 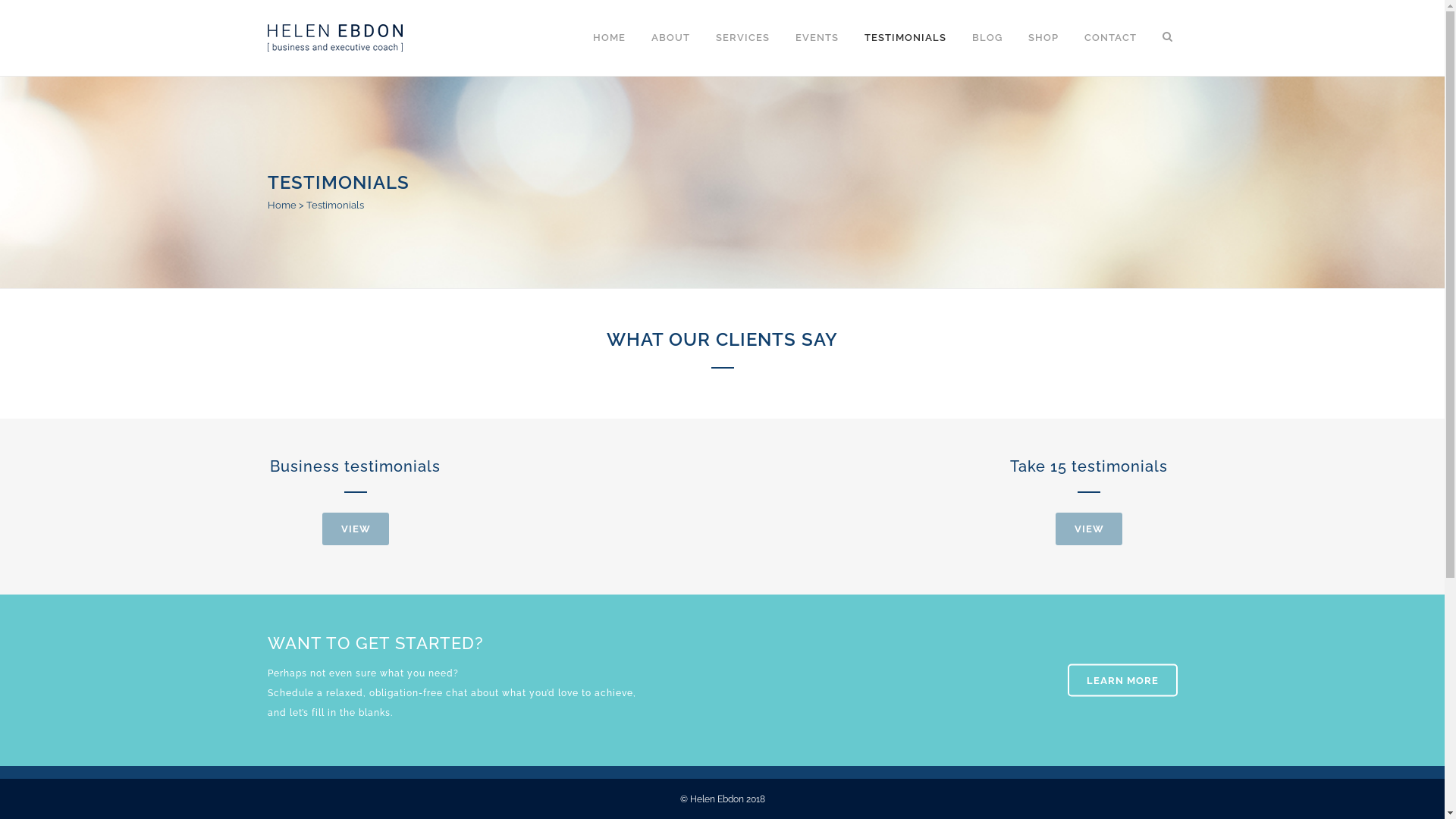 I want to click on 'Events', so click(x=753, y=562).